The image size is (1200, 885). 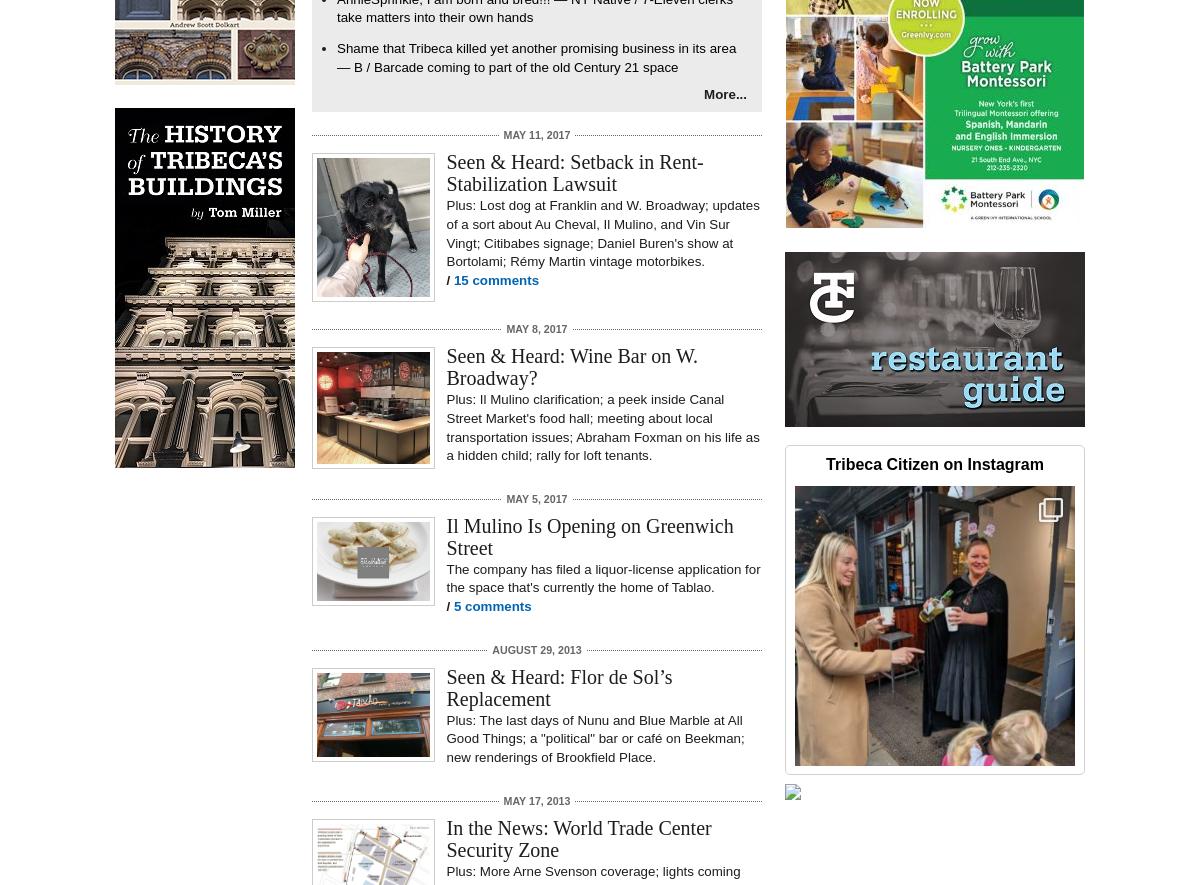 What do you see at coordinates (502, 799) in the screenshot?
I see `'May 17, 2013'` at bounding box center [502, 799].